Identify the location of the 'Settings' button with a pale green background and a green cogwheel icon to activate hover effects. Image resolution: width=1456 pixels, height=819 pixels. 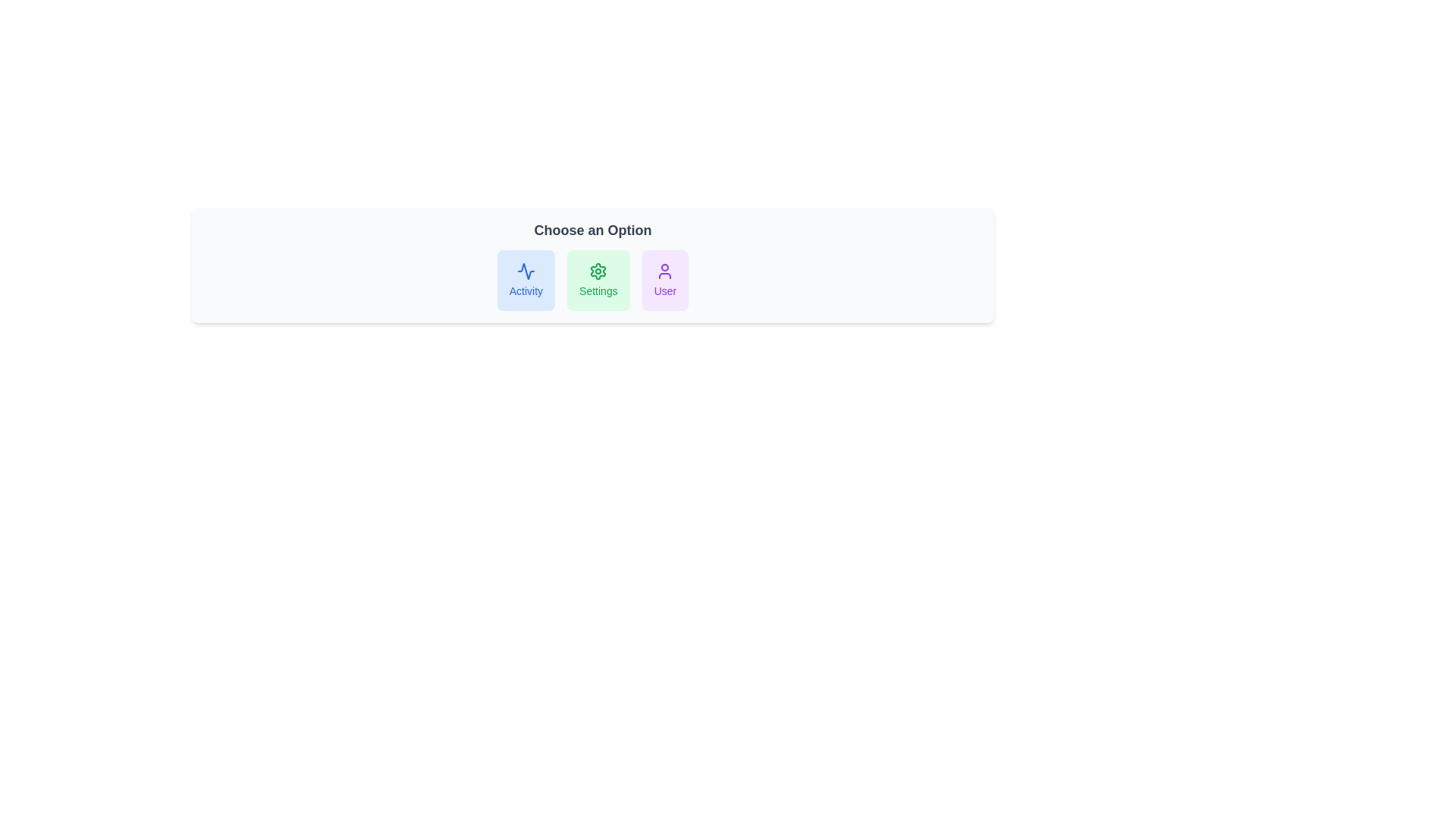
(598, 281).